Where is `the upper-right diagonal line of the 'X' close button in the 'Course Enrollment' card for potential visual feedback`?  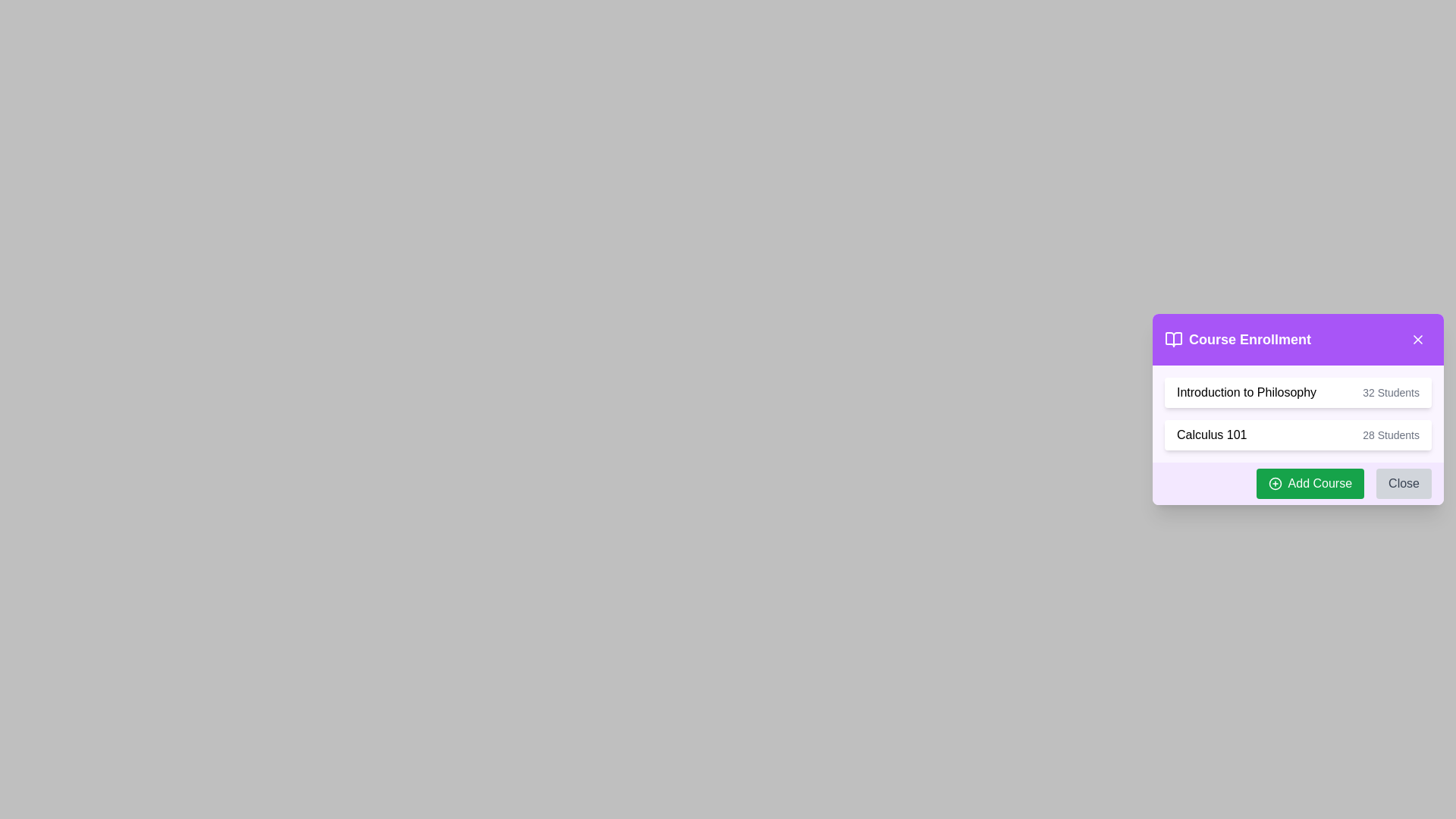 the upper-right diagonal line of the 'X' close button in the 'Course Enrollment' card for potential visual feedback is located at coordinates (1417, 338).